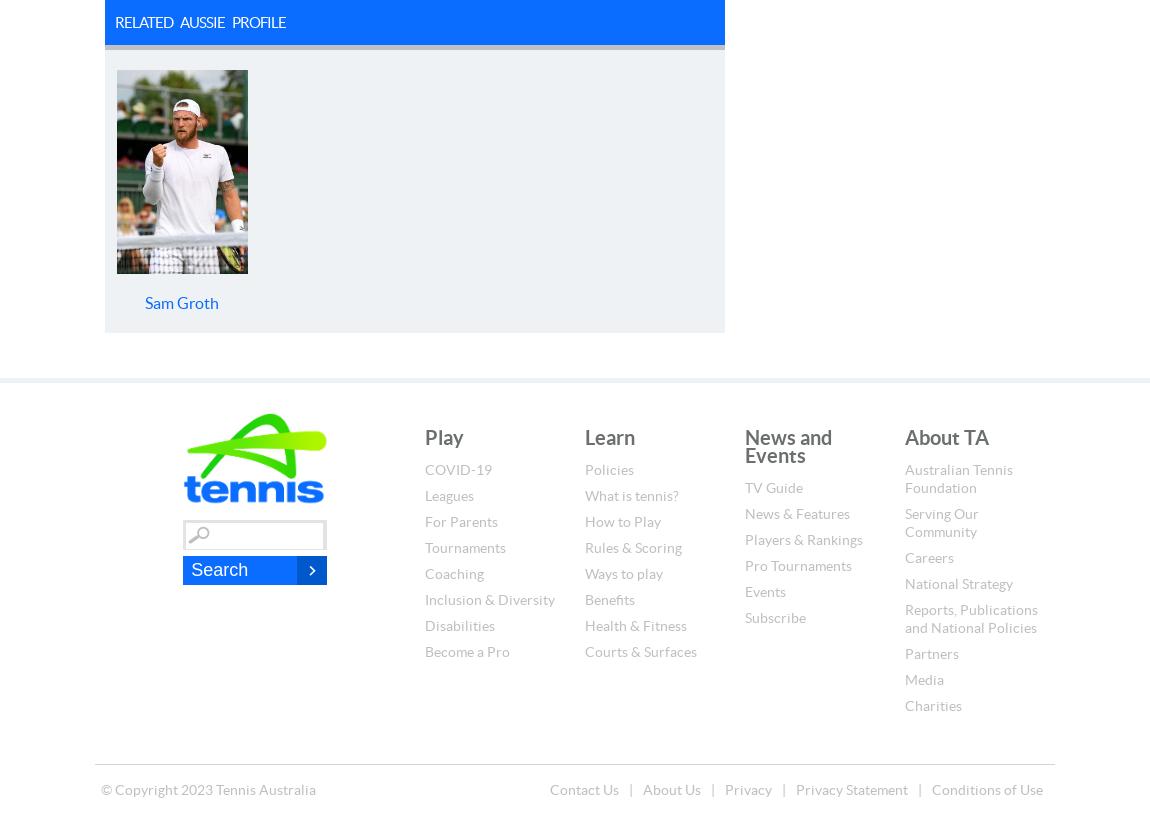  I want to click on 'For Parents', so click(461, 521).